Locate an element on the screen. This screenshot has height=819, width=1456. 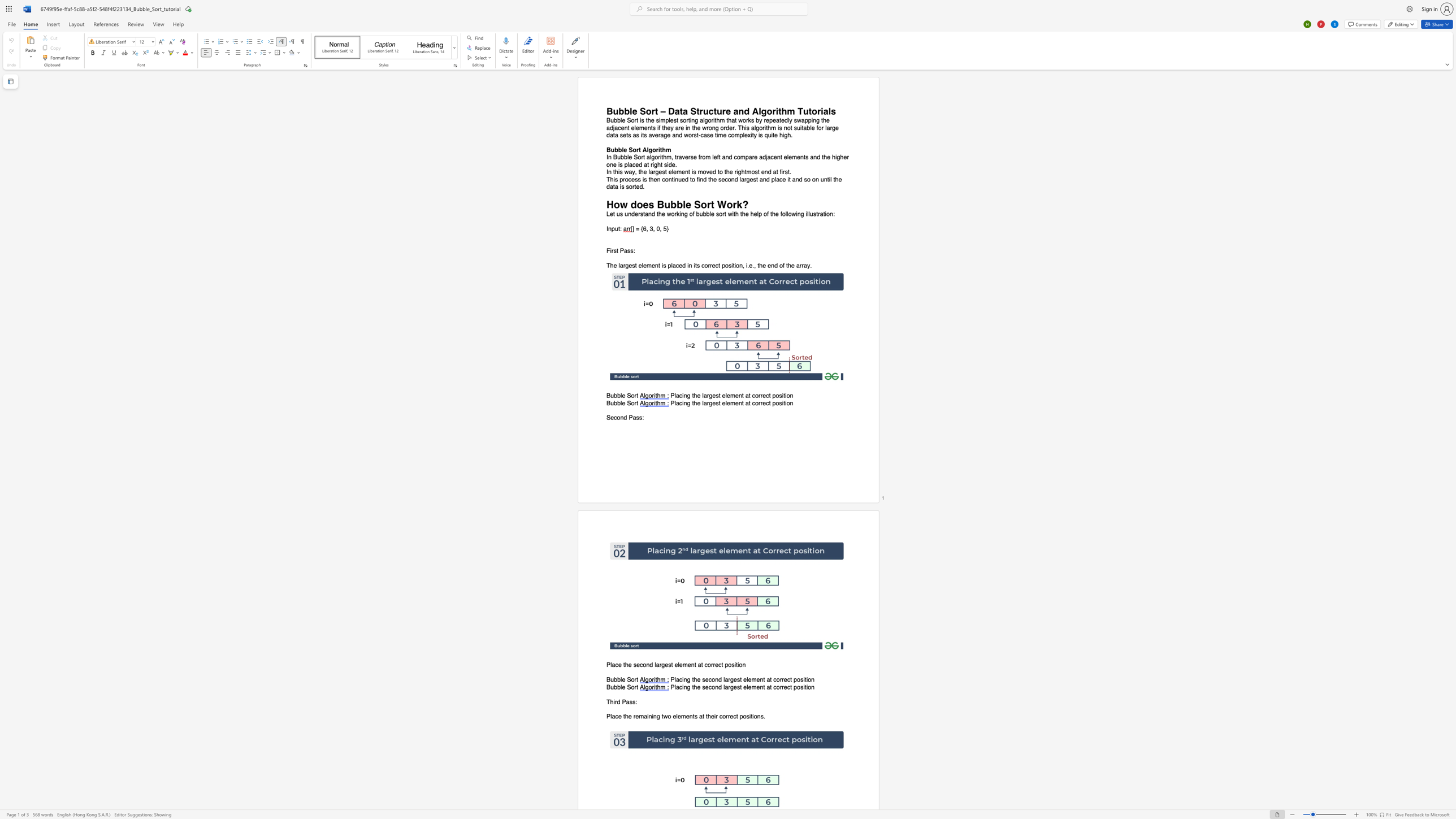
the space between the continuous character "r" and "t" in the text is located at coordinates (636, 680).